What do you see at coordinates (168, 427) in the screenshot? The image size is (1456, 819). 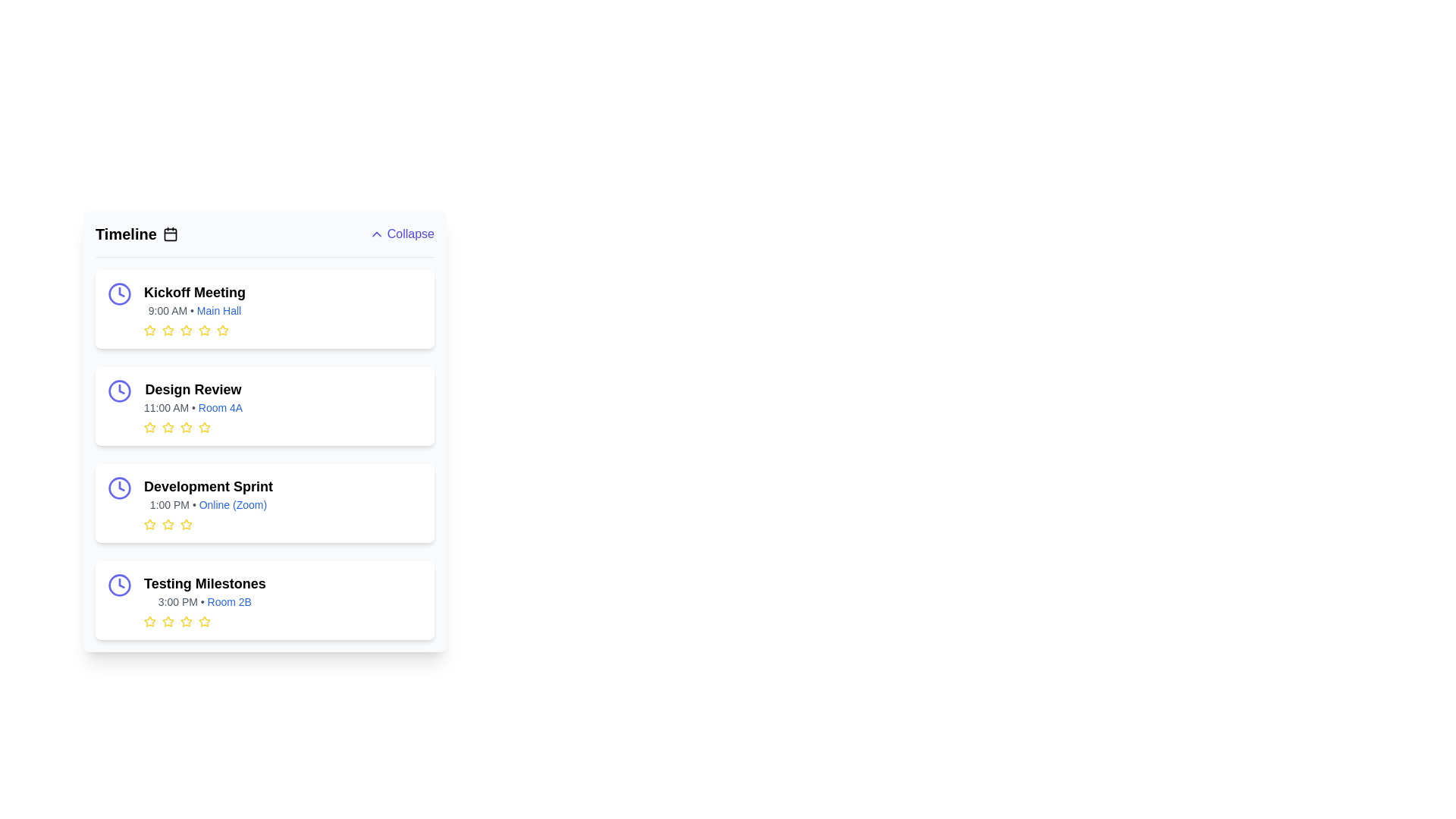 I see `the third star icon in the 'Design Review' section` at bounding box center [168, 427].